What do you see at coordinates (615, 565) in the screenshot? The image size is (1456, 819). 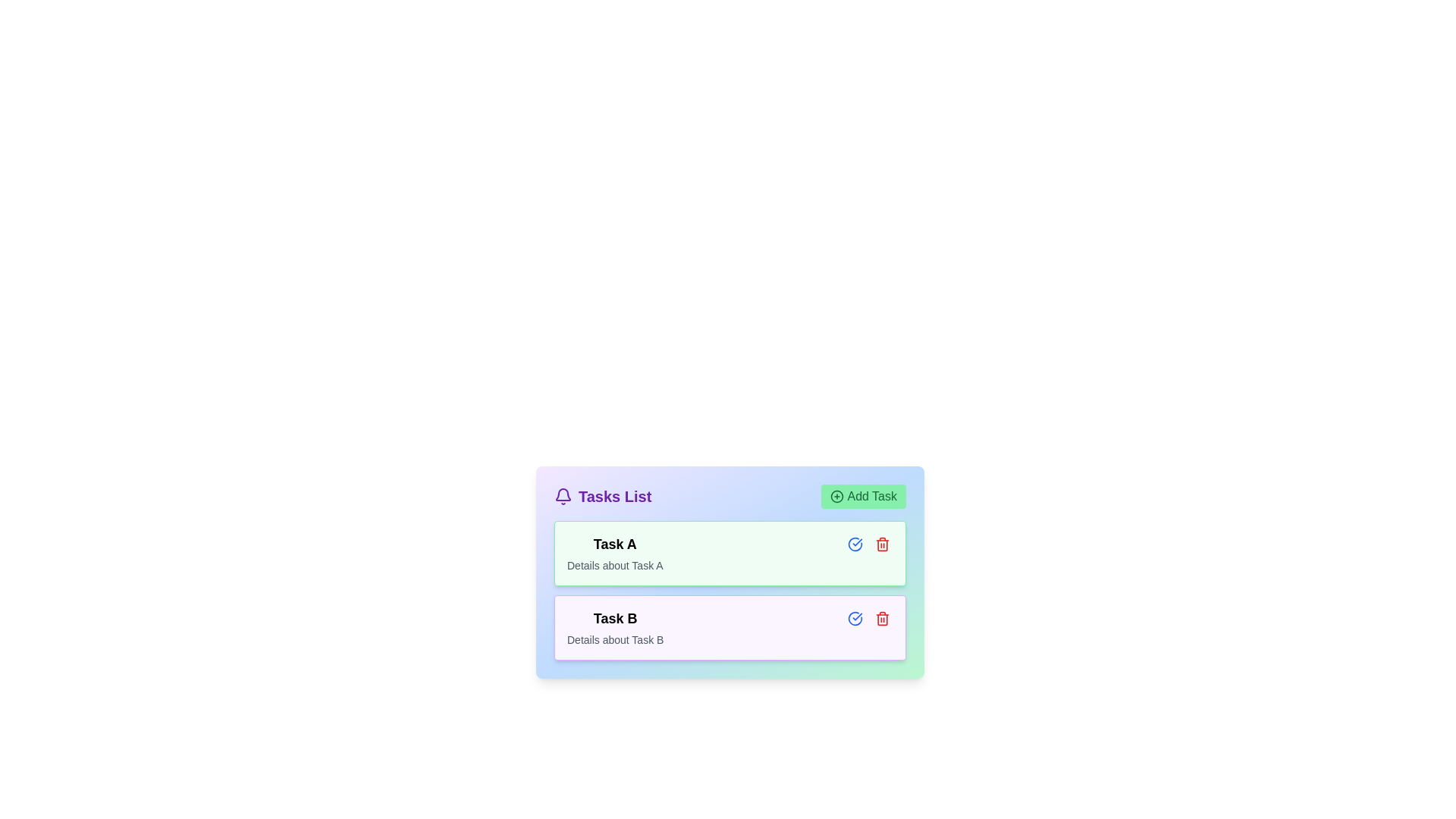 I see `the static text content that says 'Details about Task A', which is located directly below the title 'Task A' within the highlighted task card` at bounding box center [615, 565].